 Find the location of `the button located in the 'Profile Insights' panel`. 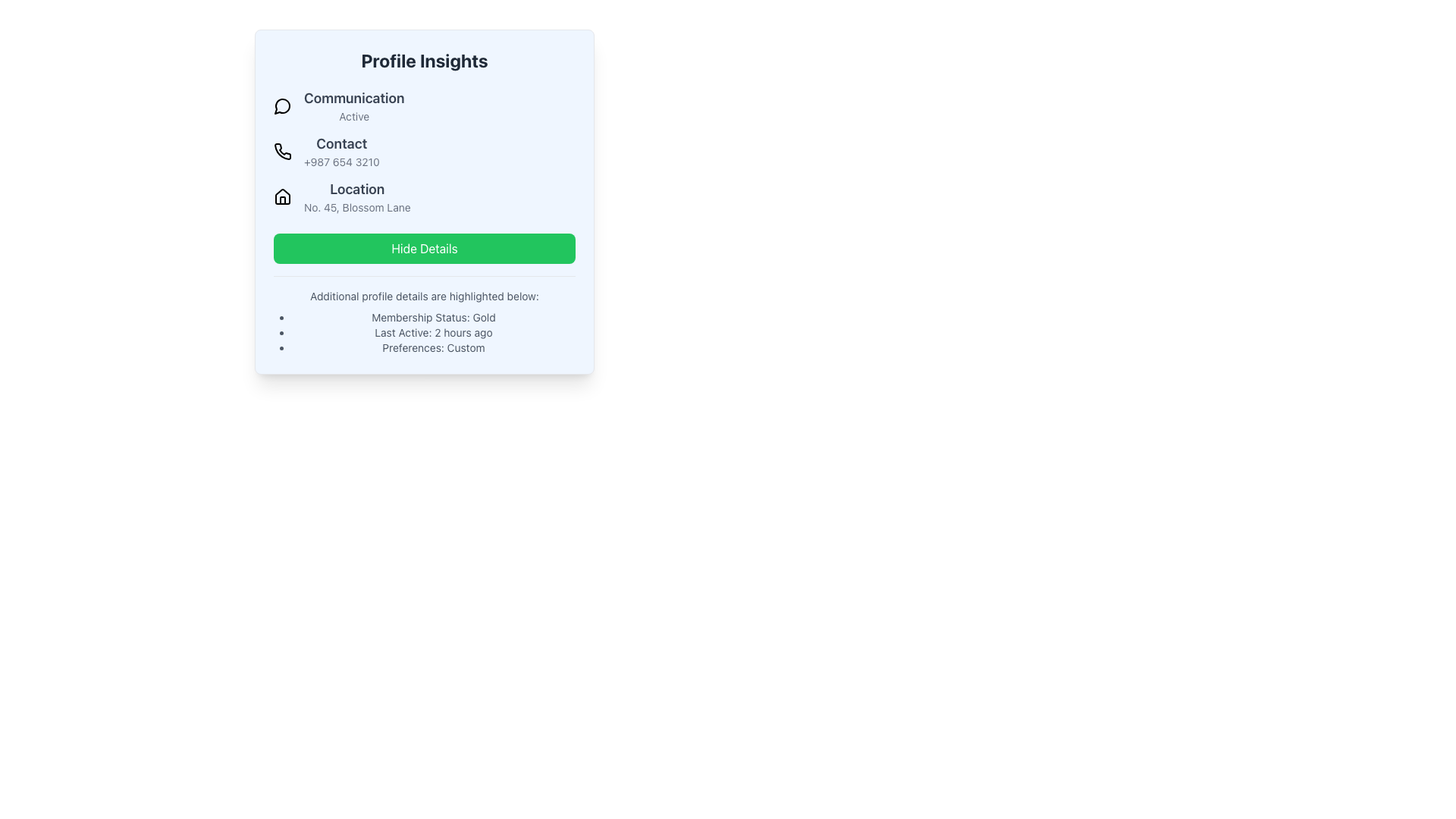

the button located in the 'Profile Insights' panel is located at coordinates (425, 247).